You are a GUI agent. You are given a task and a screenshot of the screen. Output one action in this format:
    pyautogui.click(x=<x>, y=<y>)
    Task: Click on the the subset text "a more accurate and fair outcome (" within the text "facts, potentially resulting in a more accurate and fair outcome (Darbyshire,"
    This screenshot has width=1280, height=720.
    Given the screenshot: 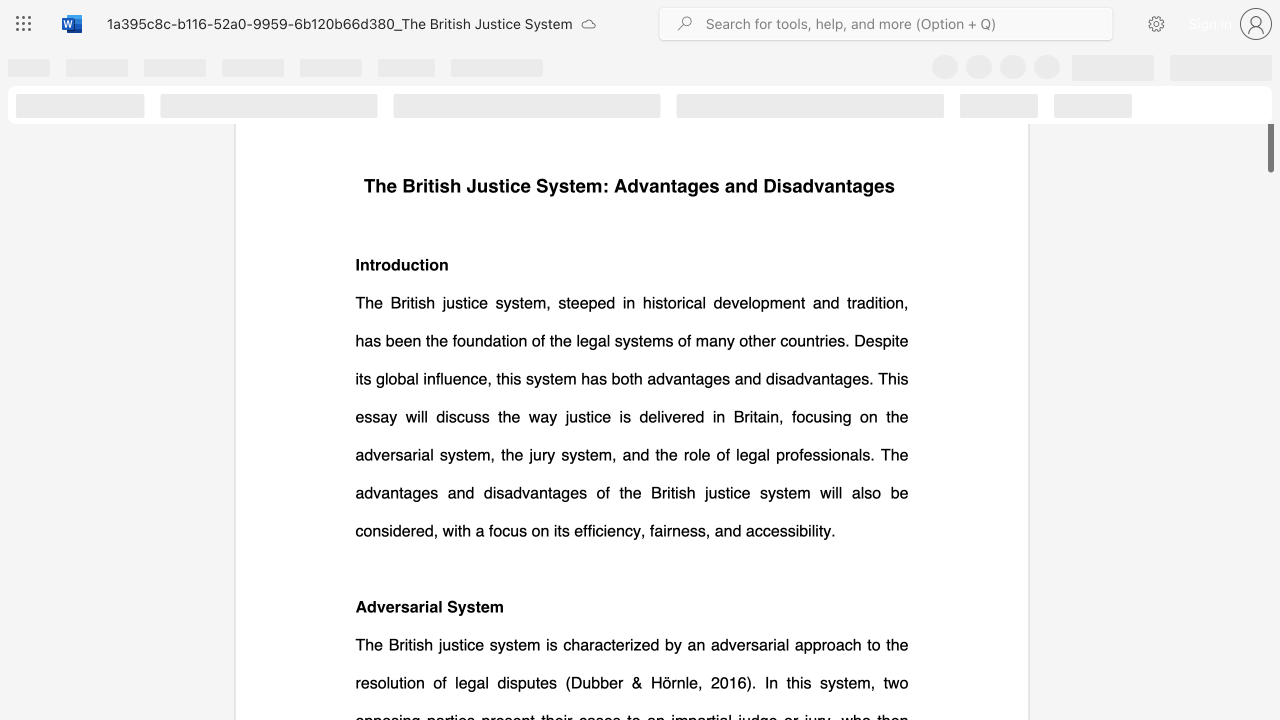 What is the action you would take?
    pyautogui.click(x=563, y=383)
    